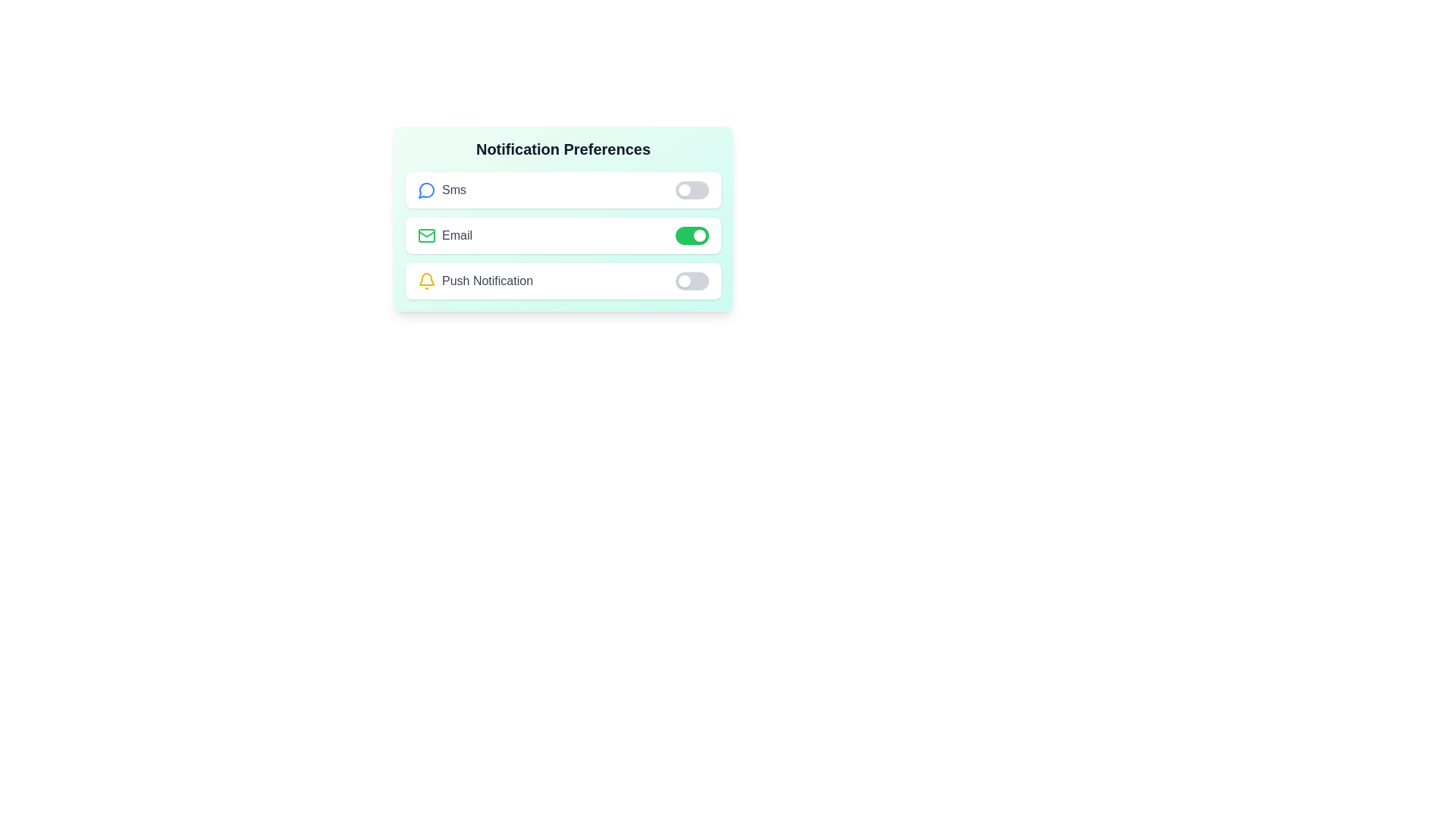 The image size is (1456, 819). I want to click on the toggle switch for 'Sms' preferences, which is a gray background with a white circular knob indicating the 'off' state, so click(691, 189).